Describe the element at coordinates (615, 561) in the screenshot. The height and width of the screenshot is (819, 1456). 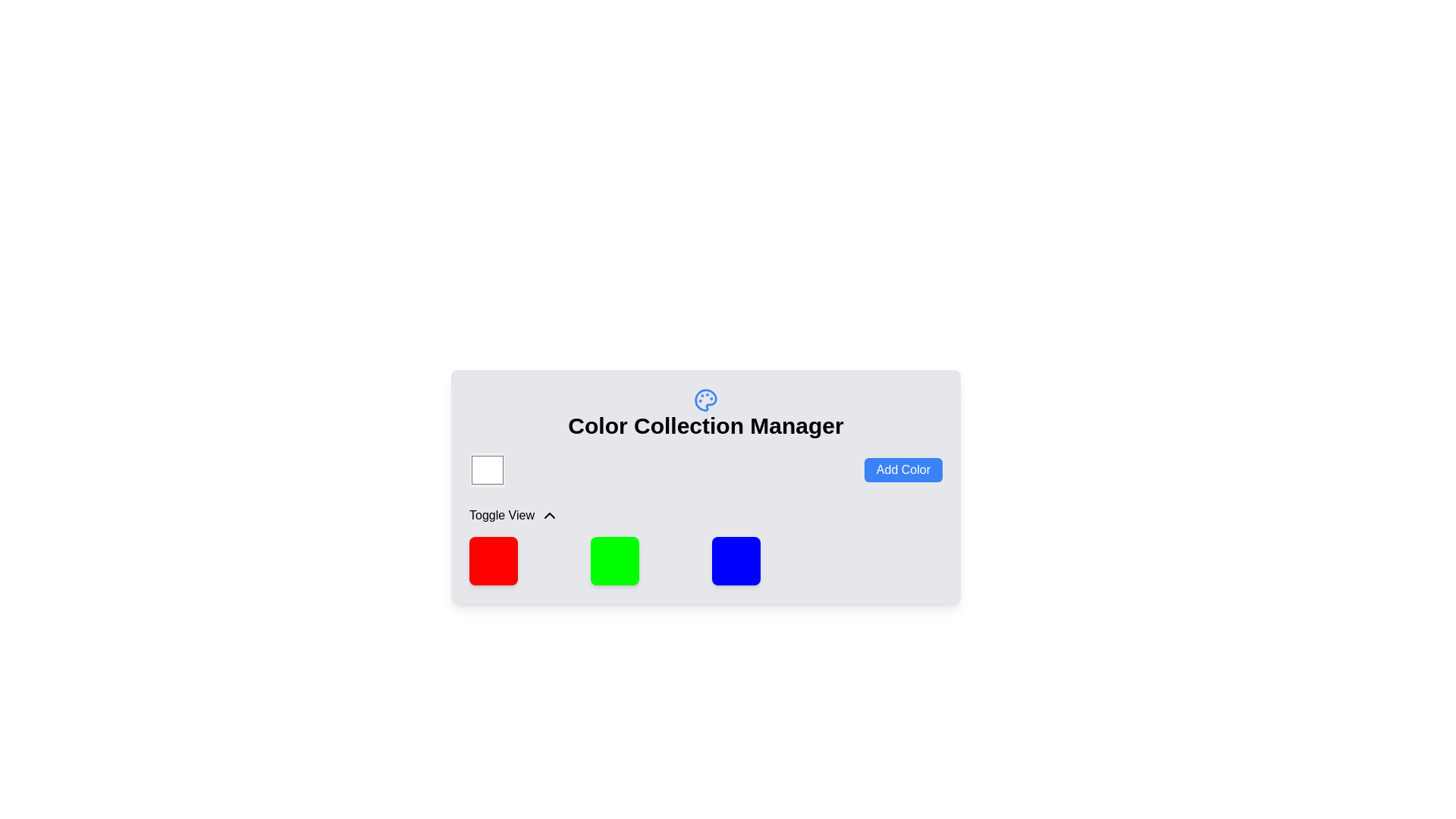
I see `the green color indicator visual block, which represents the color code '#00ff00', located as the second element in a grid layout` at that location.